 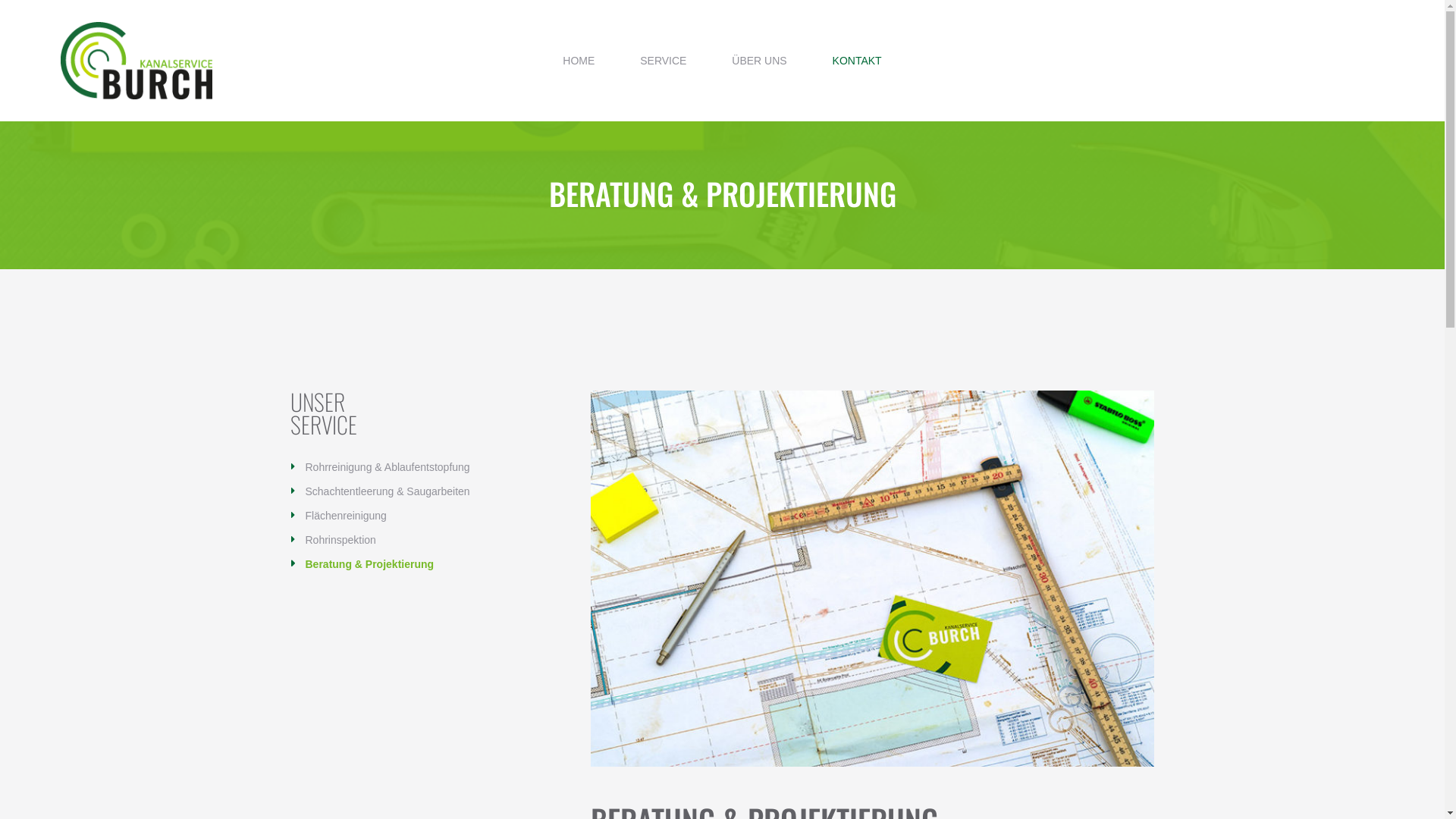 What do you see at coordinates (379, 466) in the screenshot?
I see `'Rohrreinigung & Ablaufentstopfung'` at bounding box center [379, 466].